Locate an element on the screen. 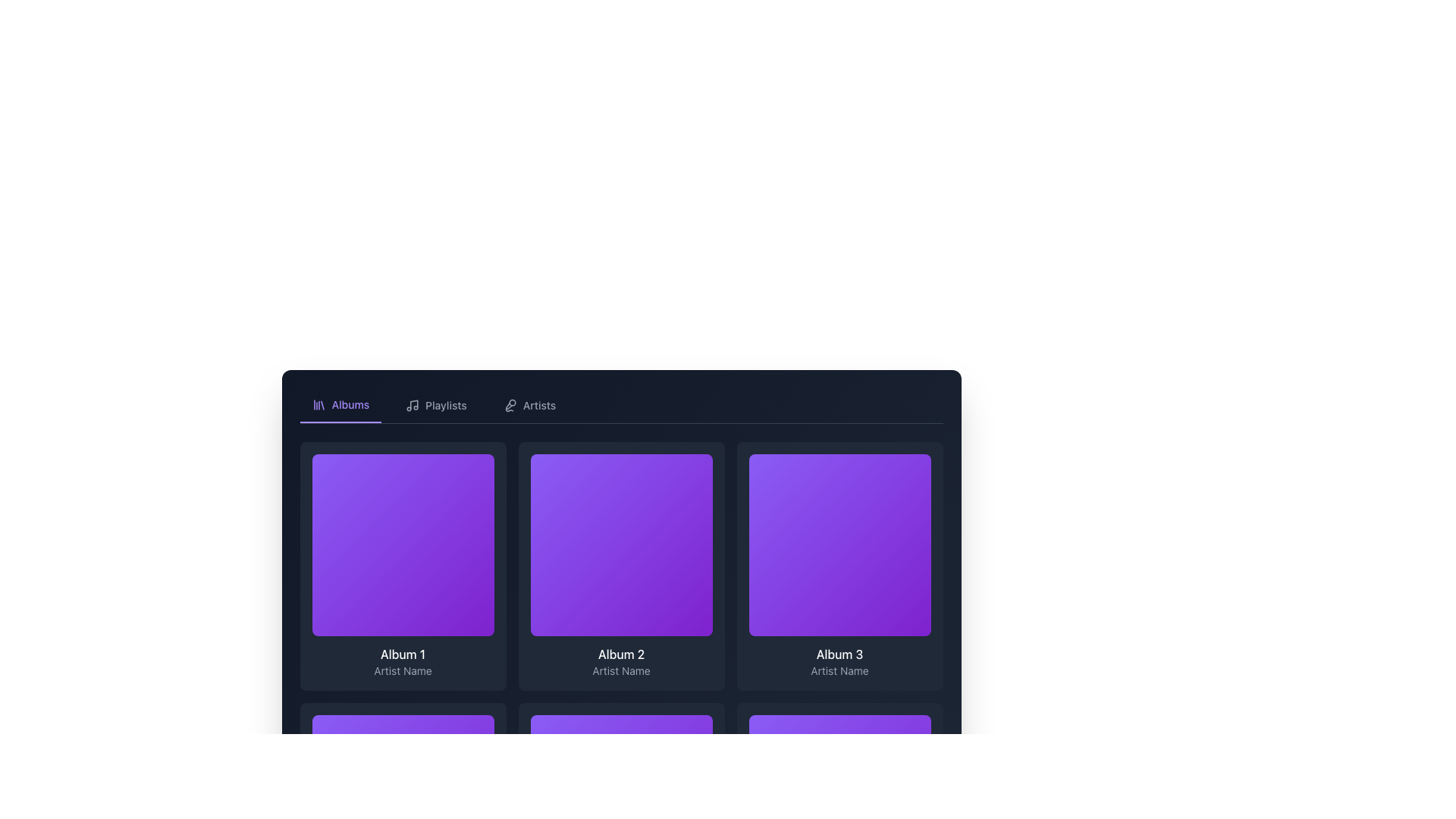 This screenshot has height=819, width=1456. the 'Albums' tab in the navigation bar, which is styled with violet text and marked with a highlighted underline is located at coordinates (340, 405).